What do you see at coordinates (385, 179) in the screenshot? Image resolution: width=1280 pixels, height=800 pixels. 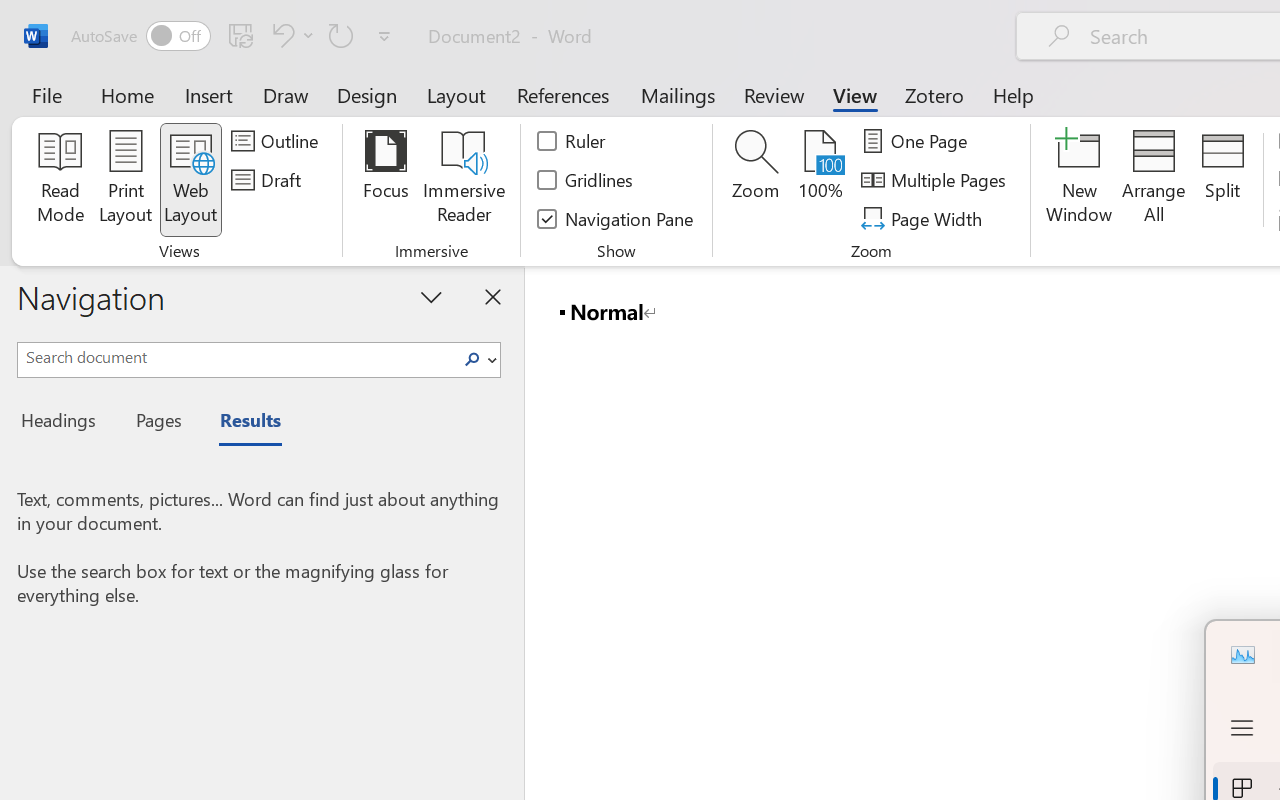 I see `'Focus'` at bounding box center [385, 179].